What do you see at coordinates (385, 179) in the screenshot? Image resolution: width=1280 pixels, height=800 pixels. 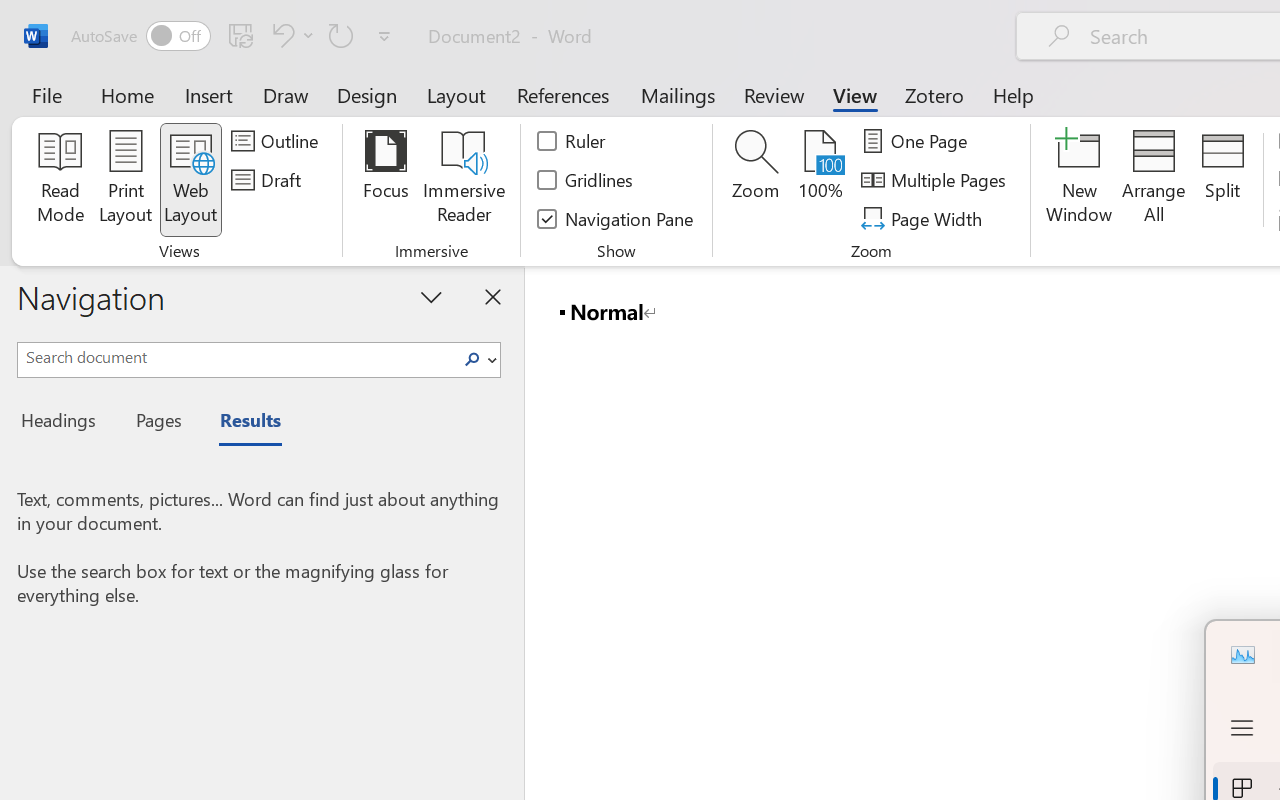 I see `'Focus'` at bounding box center [385, 179].